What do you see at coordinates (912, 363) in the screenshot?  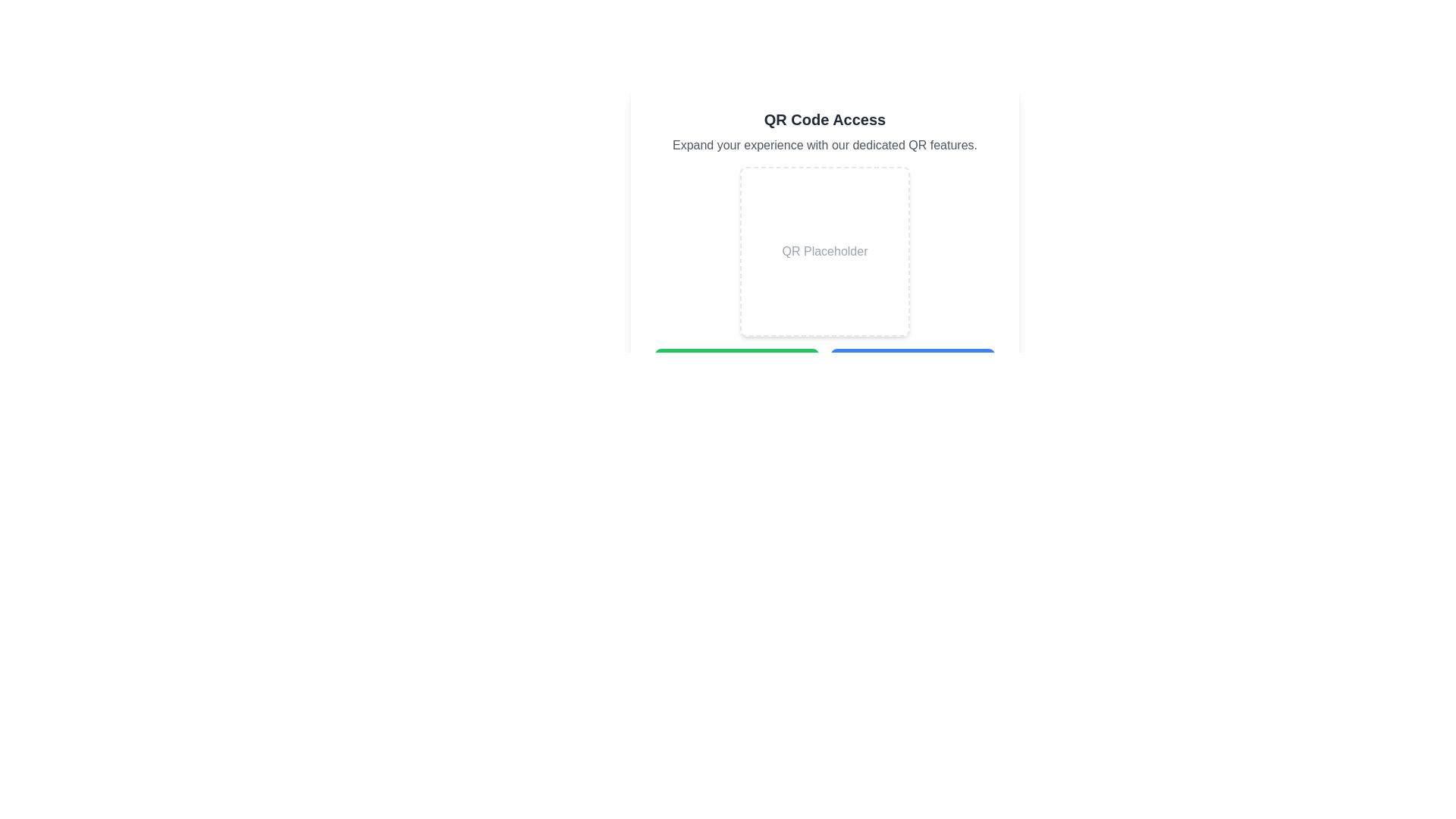 I see `the blue rectangular button labeled 'Open QR Code' to change its style to a darker blue` at bounding box center [912, 363].